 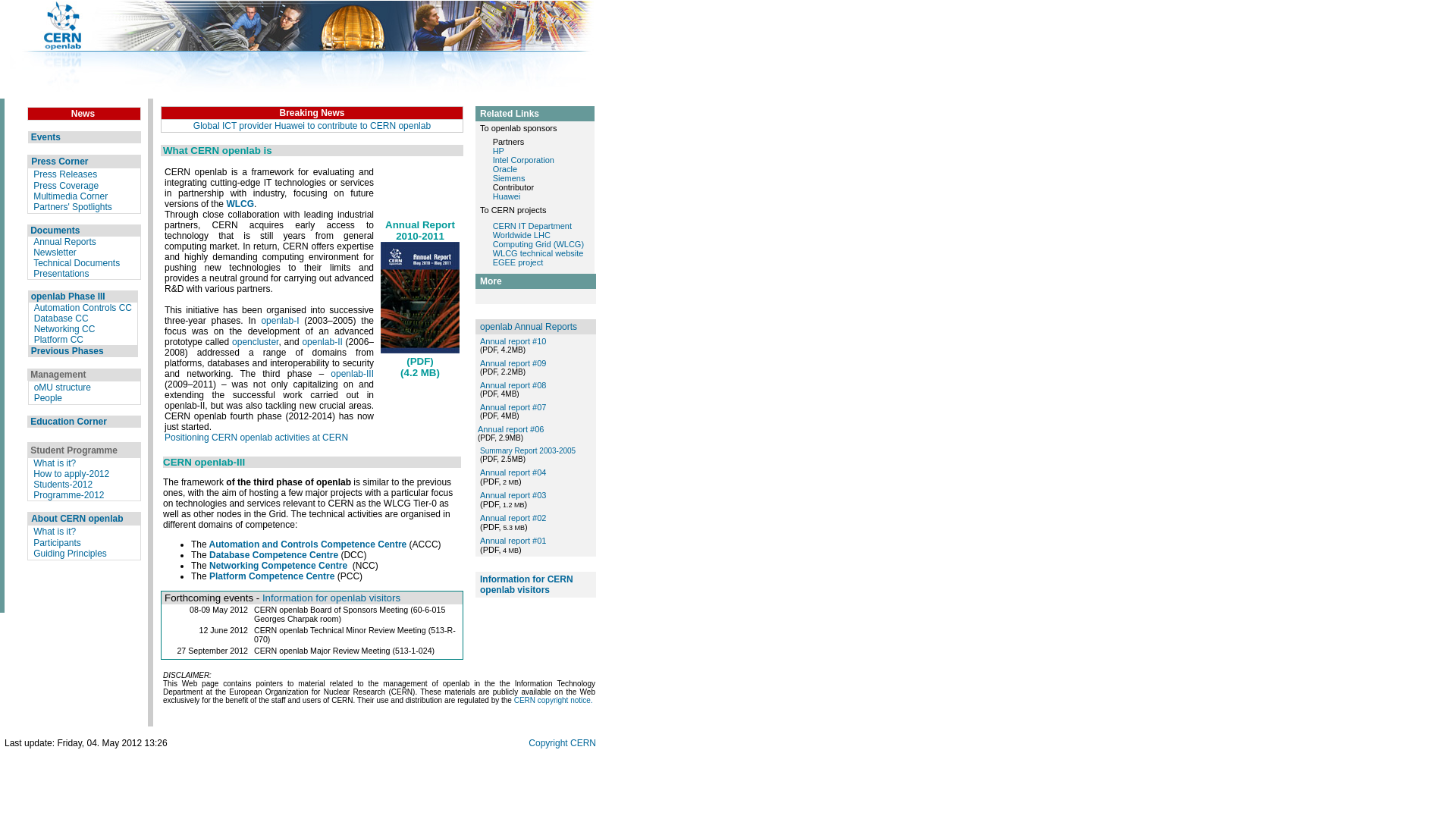 What do you see at coordinates (45, 137) in the screenshot?
I see `'Events'` at bounding box center [45, 137].